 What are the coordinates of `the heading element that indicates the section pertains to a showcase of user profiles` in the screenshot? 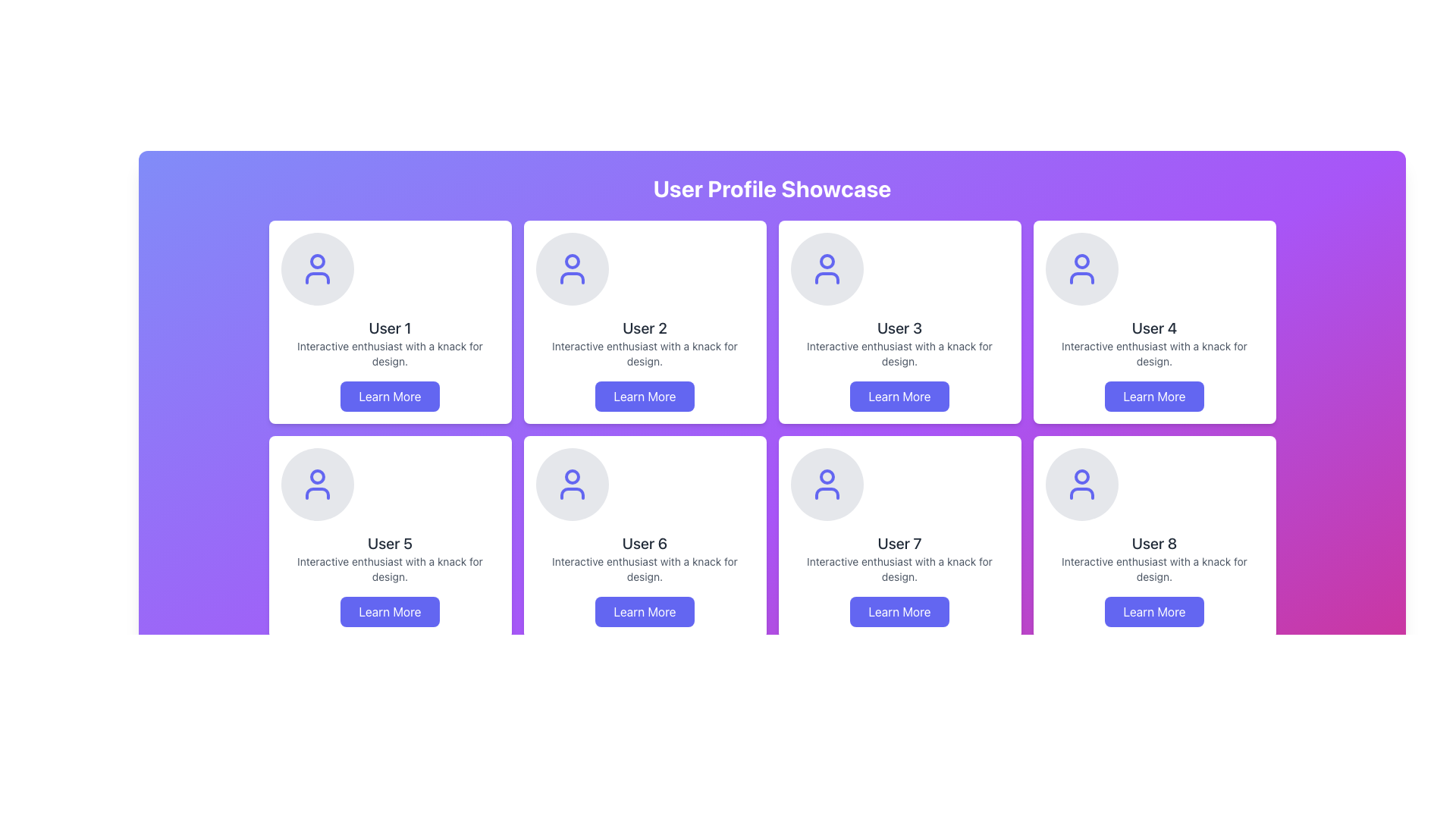 It's located at (772, 188).